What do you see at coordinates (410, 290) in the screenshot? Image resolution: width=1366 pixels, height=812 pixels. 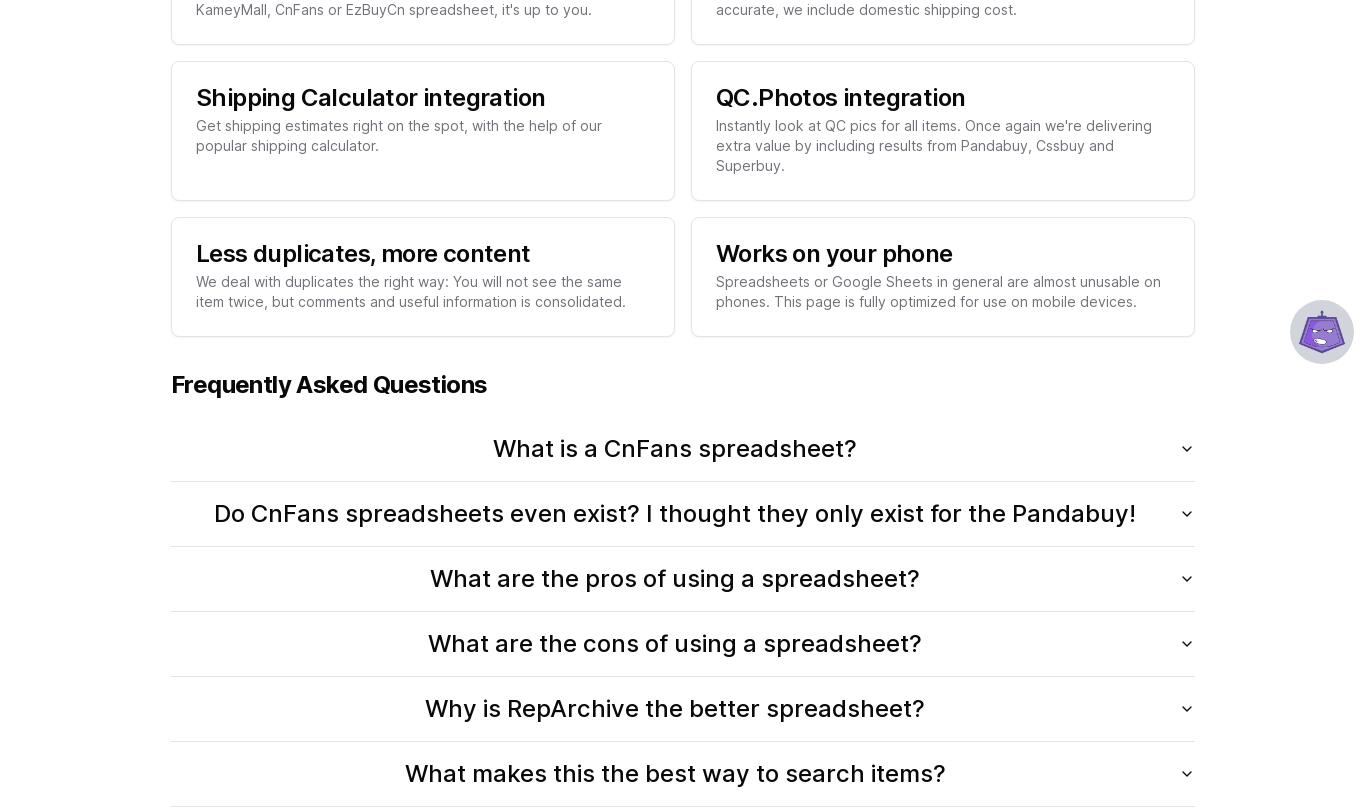 I see `'We deal with duplicates the right way: You will not see the same item twice, but comments and useful information is consolidated.'` at bounding box center [410, 290].